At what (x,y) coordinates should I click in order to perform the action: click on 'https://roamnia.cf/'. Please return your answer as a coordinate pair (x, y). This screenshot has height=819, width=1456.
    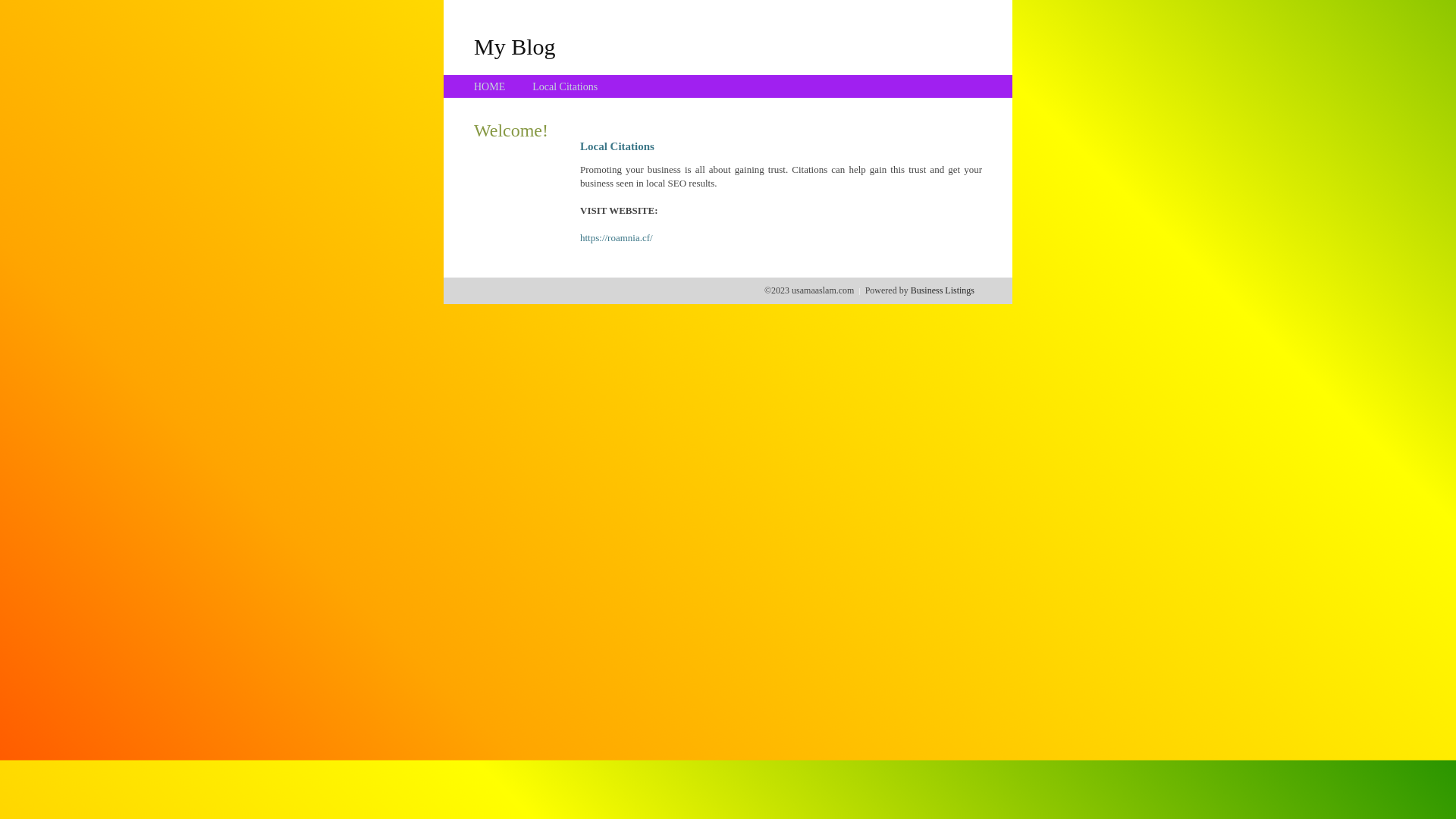
    Looking at the image, I should click on (616, 237).